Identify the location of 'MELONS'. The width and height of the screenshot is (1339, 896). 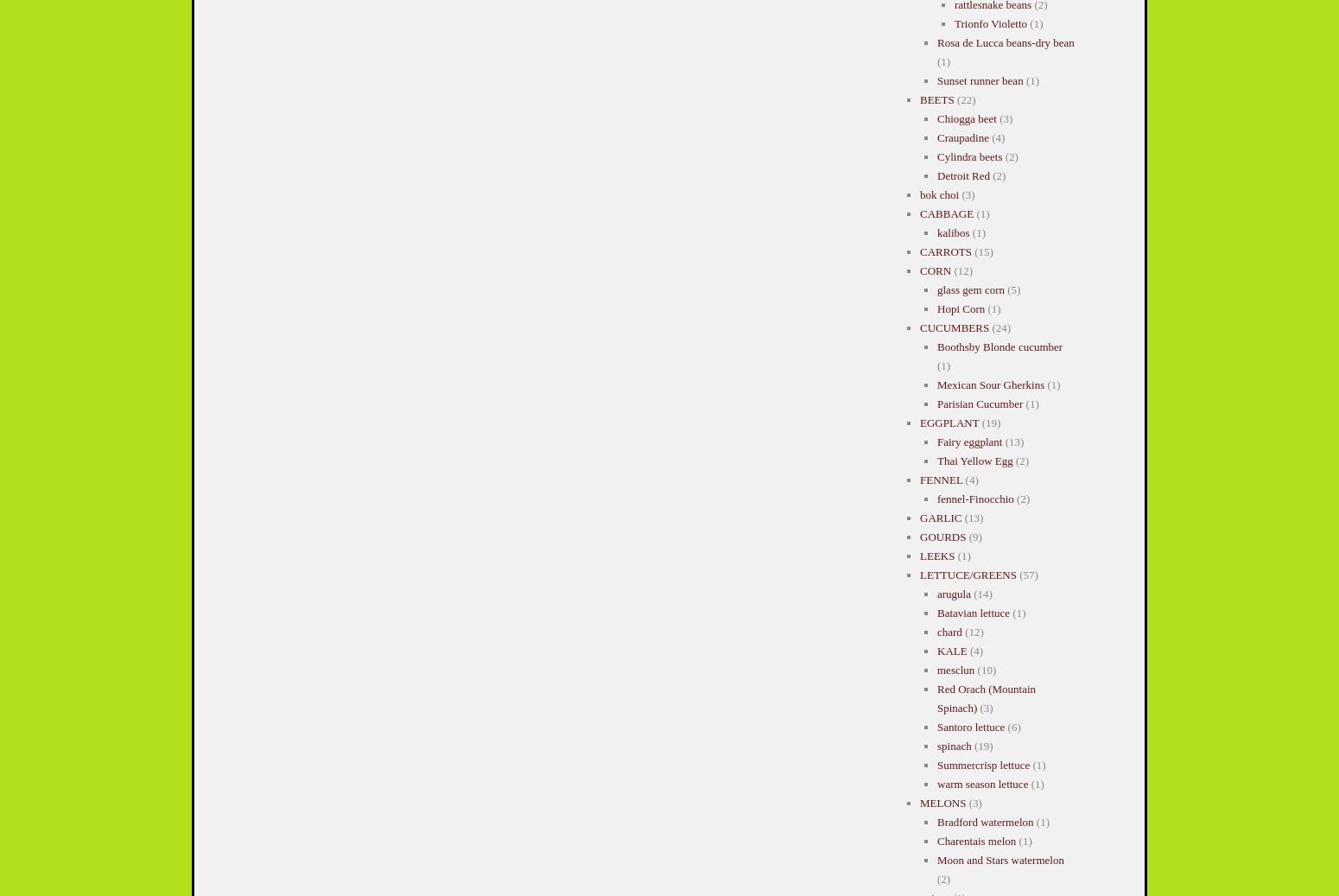
(942, 803).